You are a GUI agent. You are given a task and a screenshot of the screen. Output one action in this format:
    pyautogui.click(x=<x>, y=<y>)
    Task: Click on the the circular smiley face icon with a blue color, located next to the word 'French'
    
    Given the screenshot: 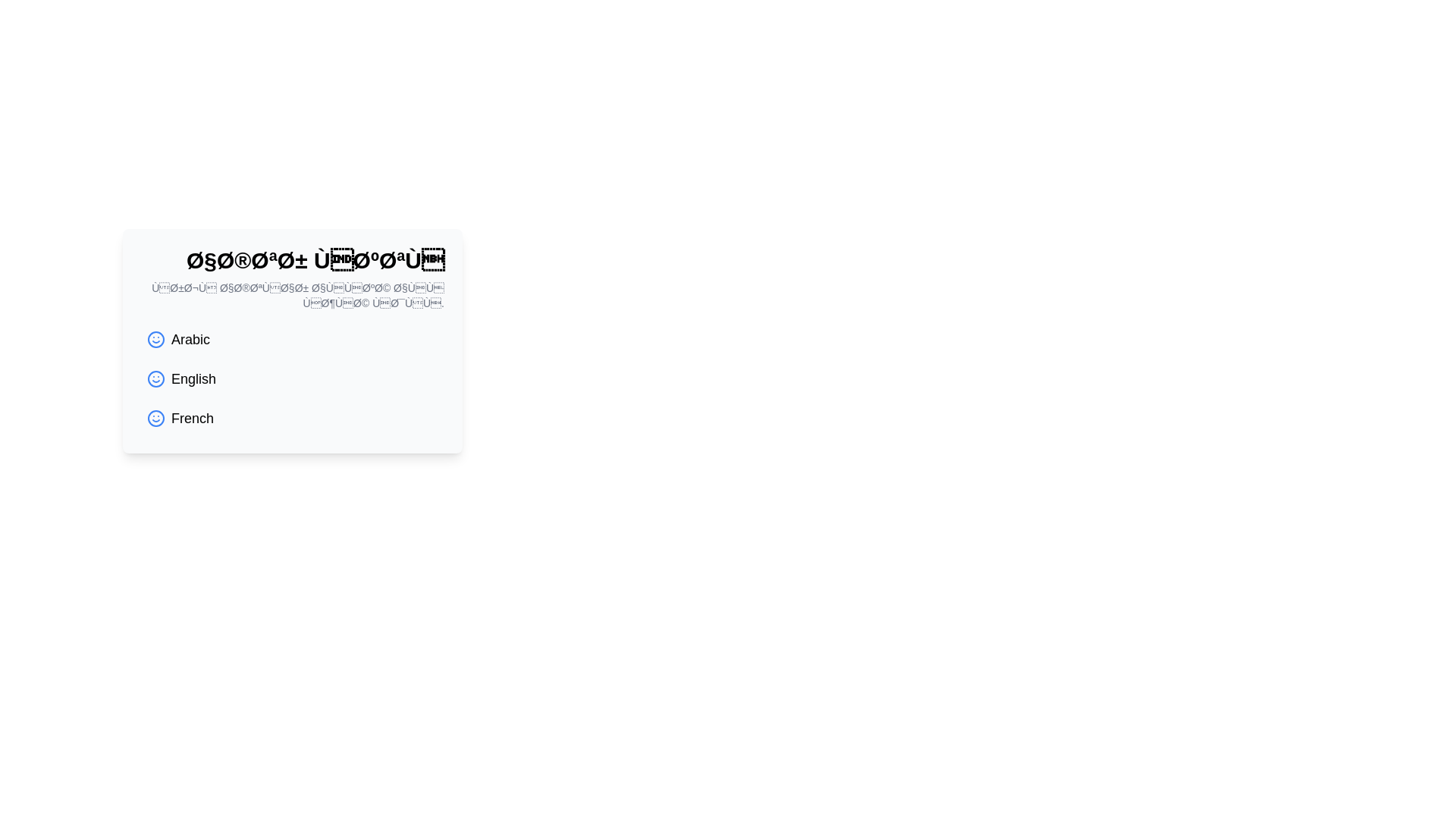 What is the action you would take?
    pyautogui.click(x=156, y=418)
    